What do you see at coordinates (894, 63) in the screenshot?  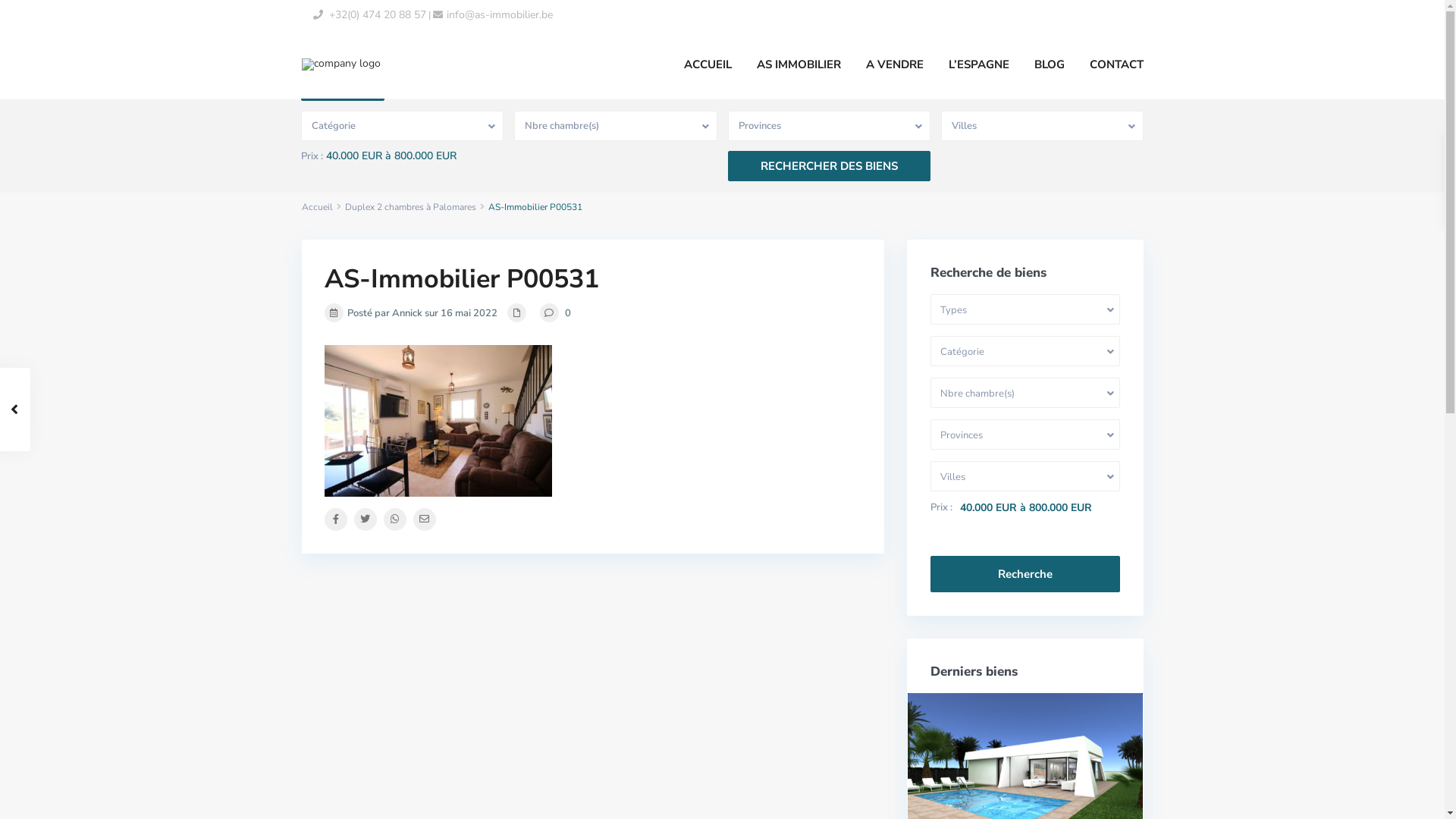 I see `'A VENDRE'` at bounding box center [894, 63].